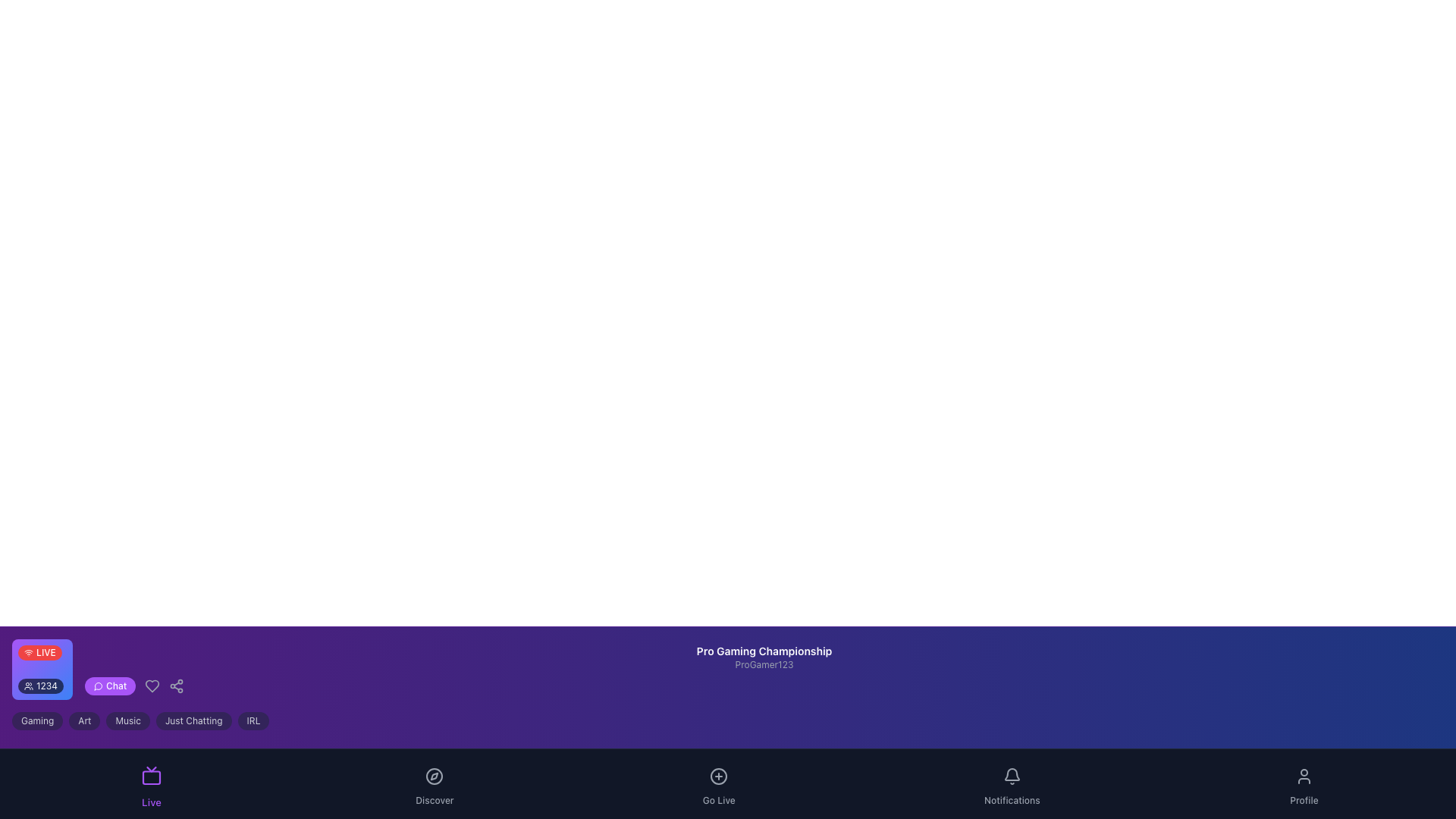  What do you see at coordinates (1012, 776) in the screenshot?
I see `the notifications icon located centrally in the bottom navigation bar` at bounding box center [1012, 776].